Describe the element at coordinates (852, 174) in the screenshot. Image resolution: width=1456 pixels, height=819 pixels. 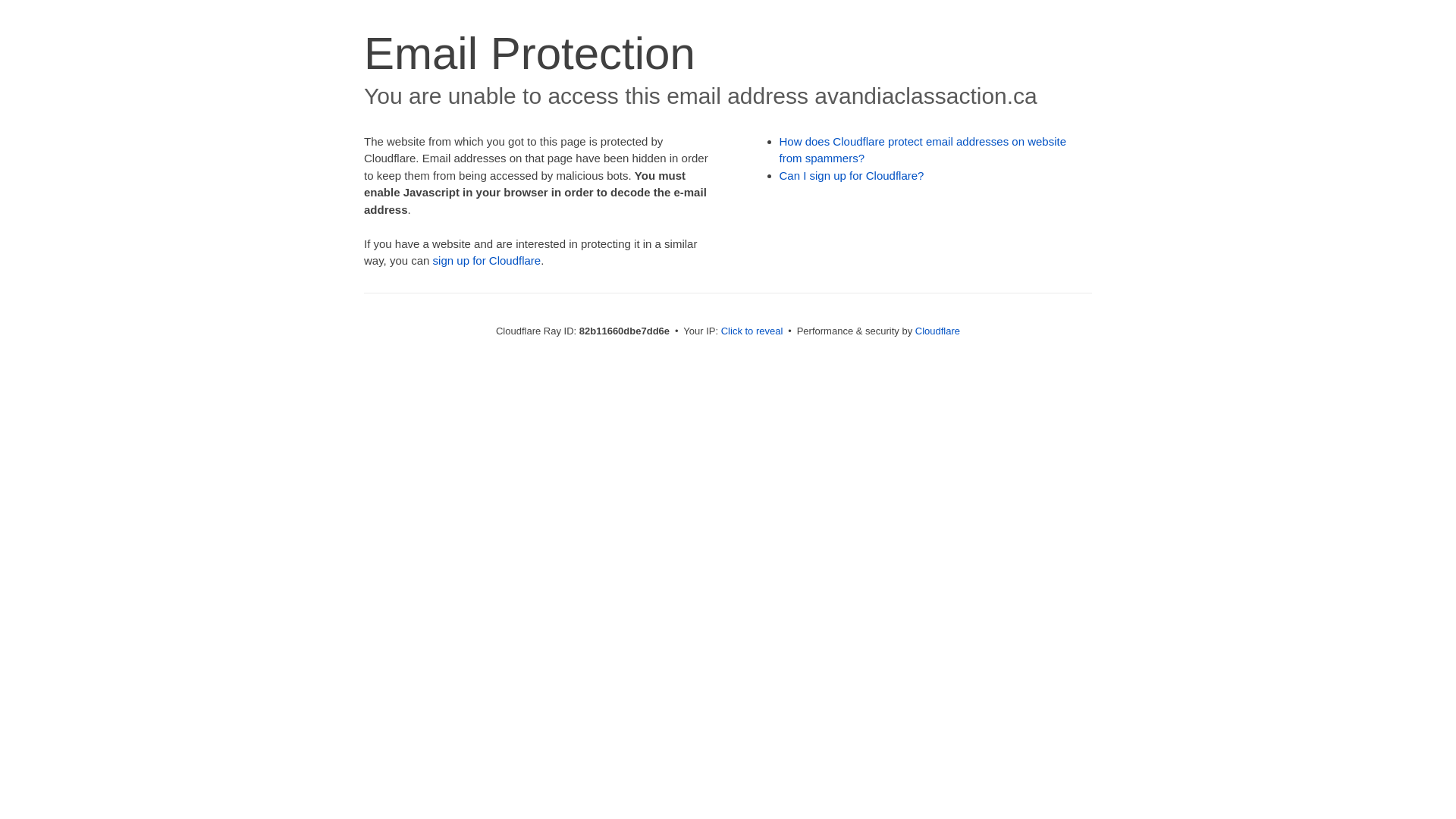
I see `'Can I sign up for Cloudflare?'` at that location.